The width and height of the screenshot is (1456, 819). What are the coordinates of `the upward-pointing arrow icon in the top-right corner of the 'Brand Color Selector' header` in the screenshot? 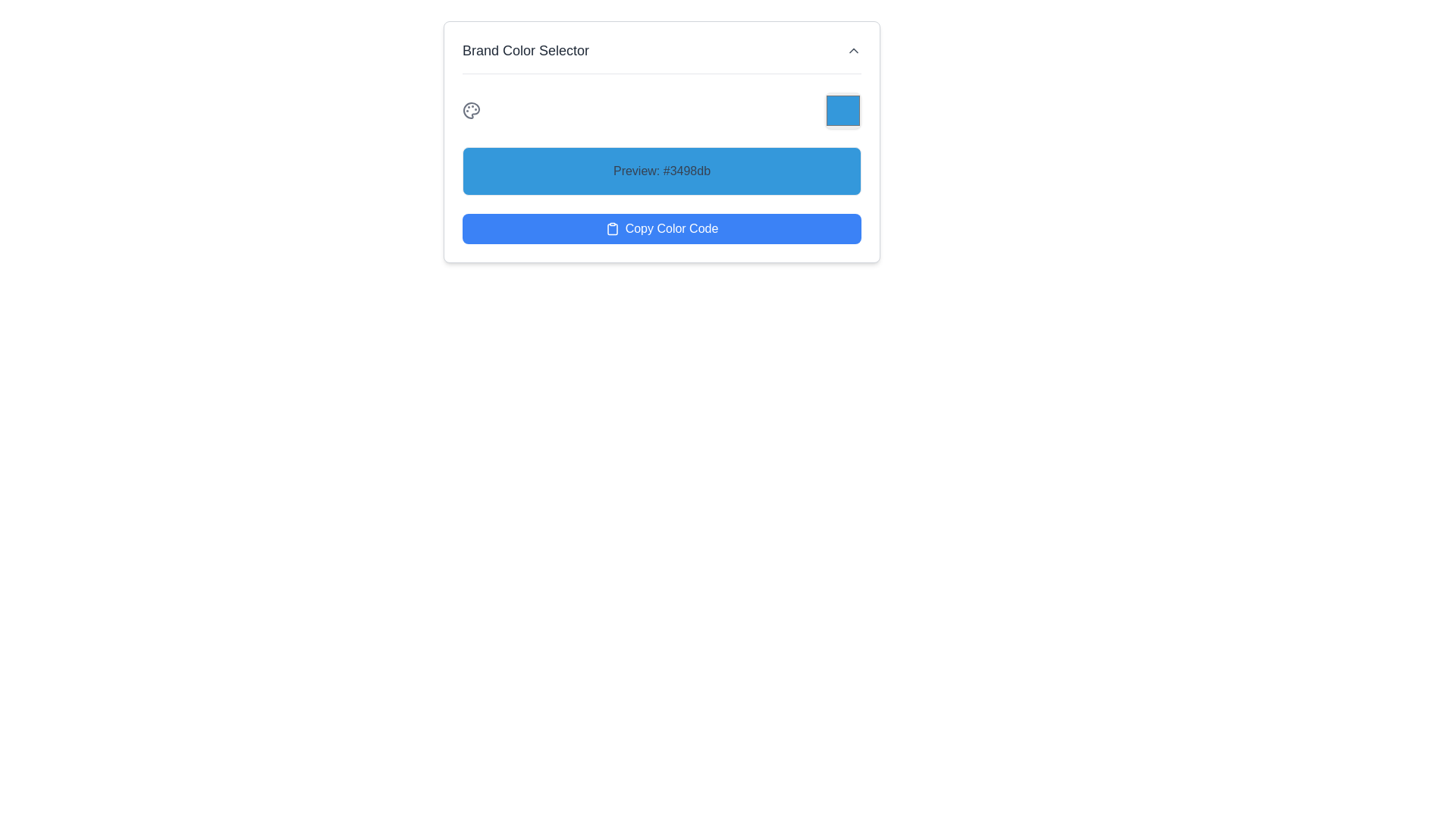 It's located at (854, 49).